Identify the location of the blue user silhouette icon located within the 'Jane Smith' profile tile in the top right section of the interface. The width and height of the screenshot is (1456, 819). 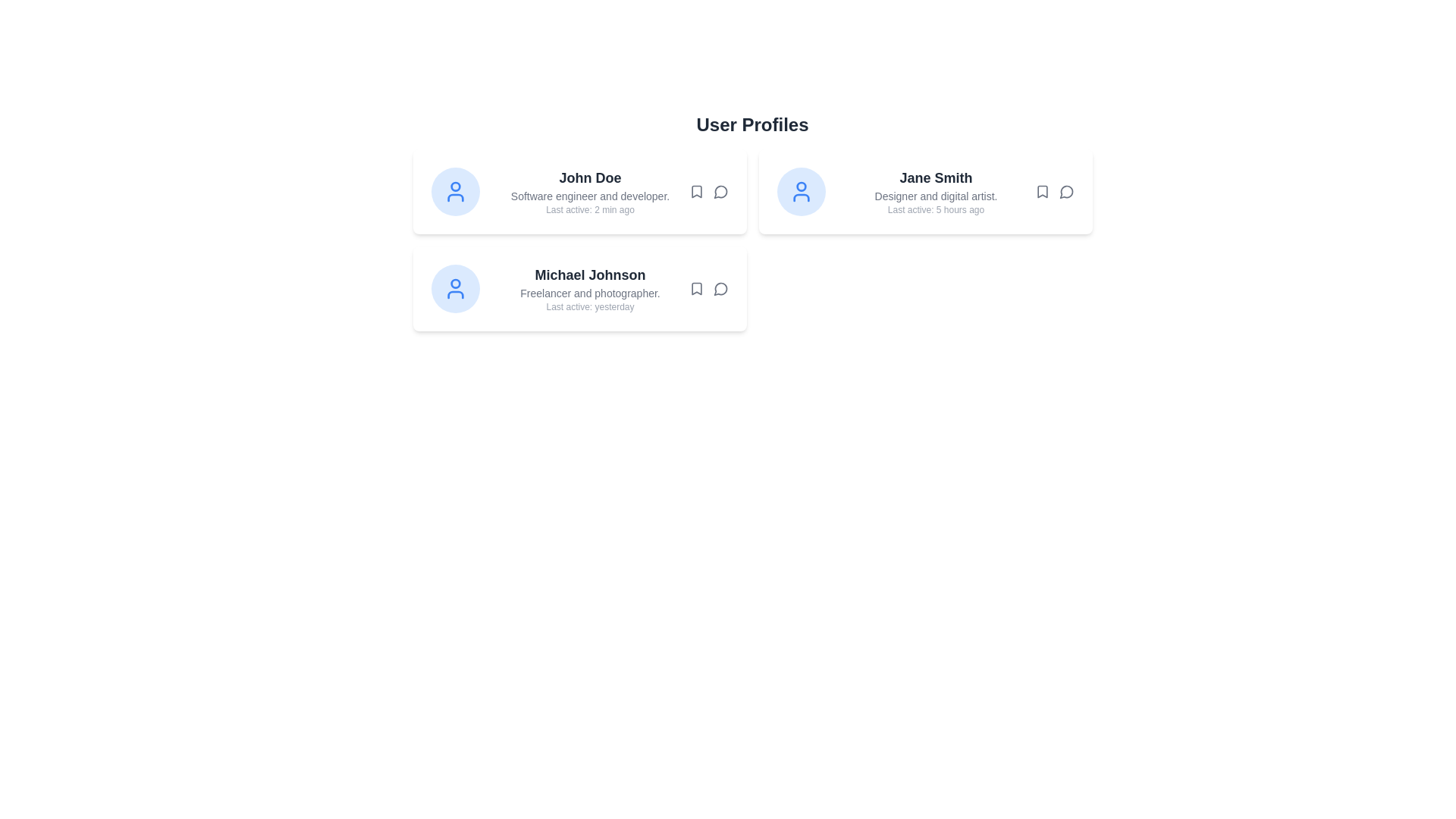
(800, 191).